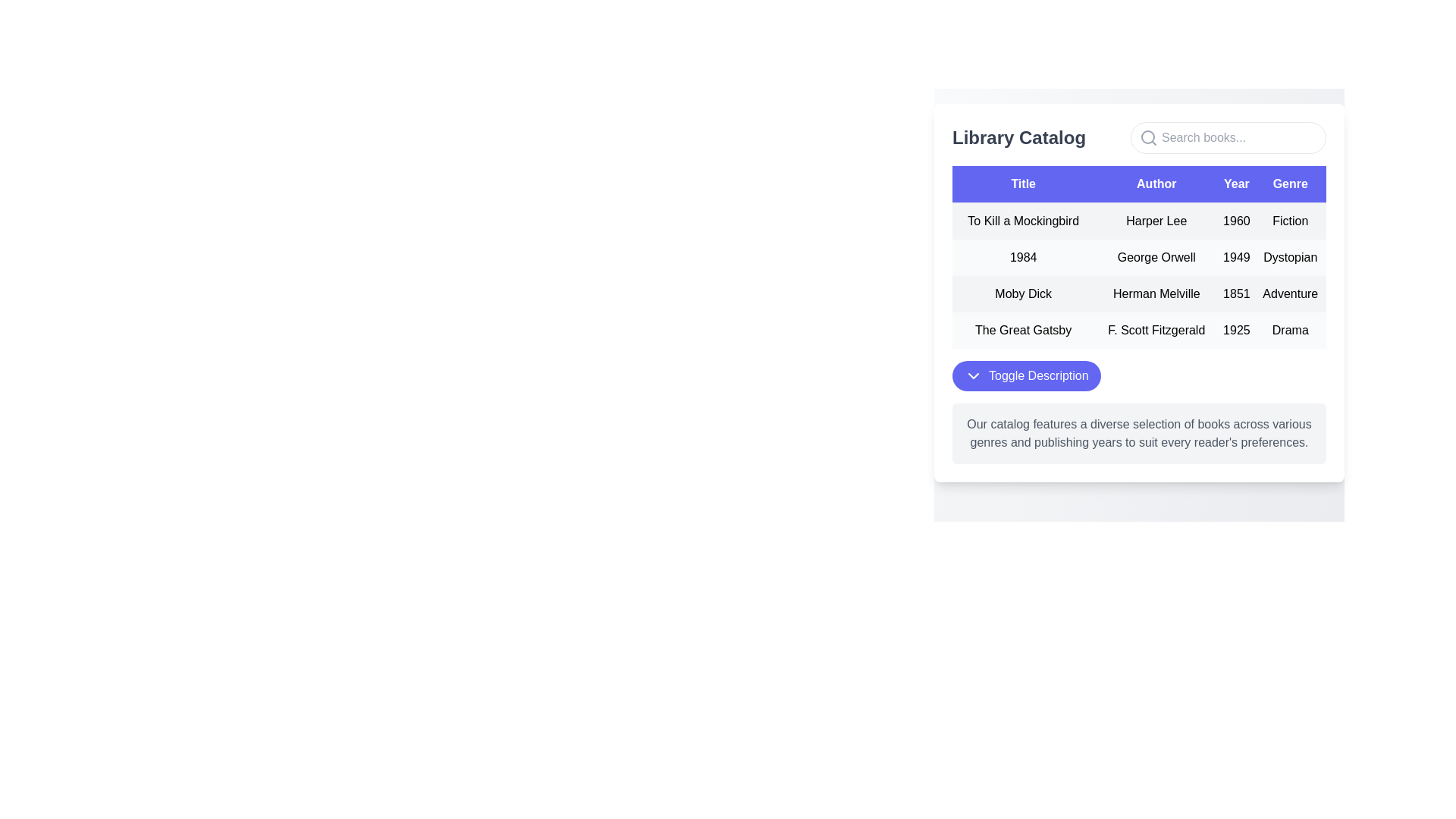 The width and height of the screenshot is (1456, 819). I want to click on the Data Table, which consists of a header with titles 'Title', 'Author', 'Year', and 'Genre', and is located within the 'Library Catalog' section, above the 'Toggle Description' button, so click(1139, 256).